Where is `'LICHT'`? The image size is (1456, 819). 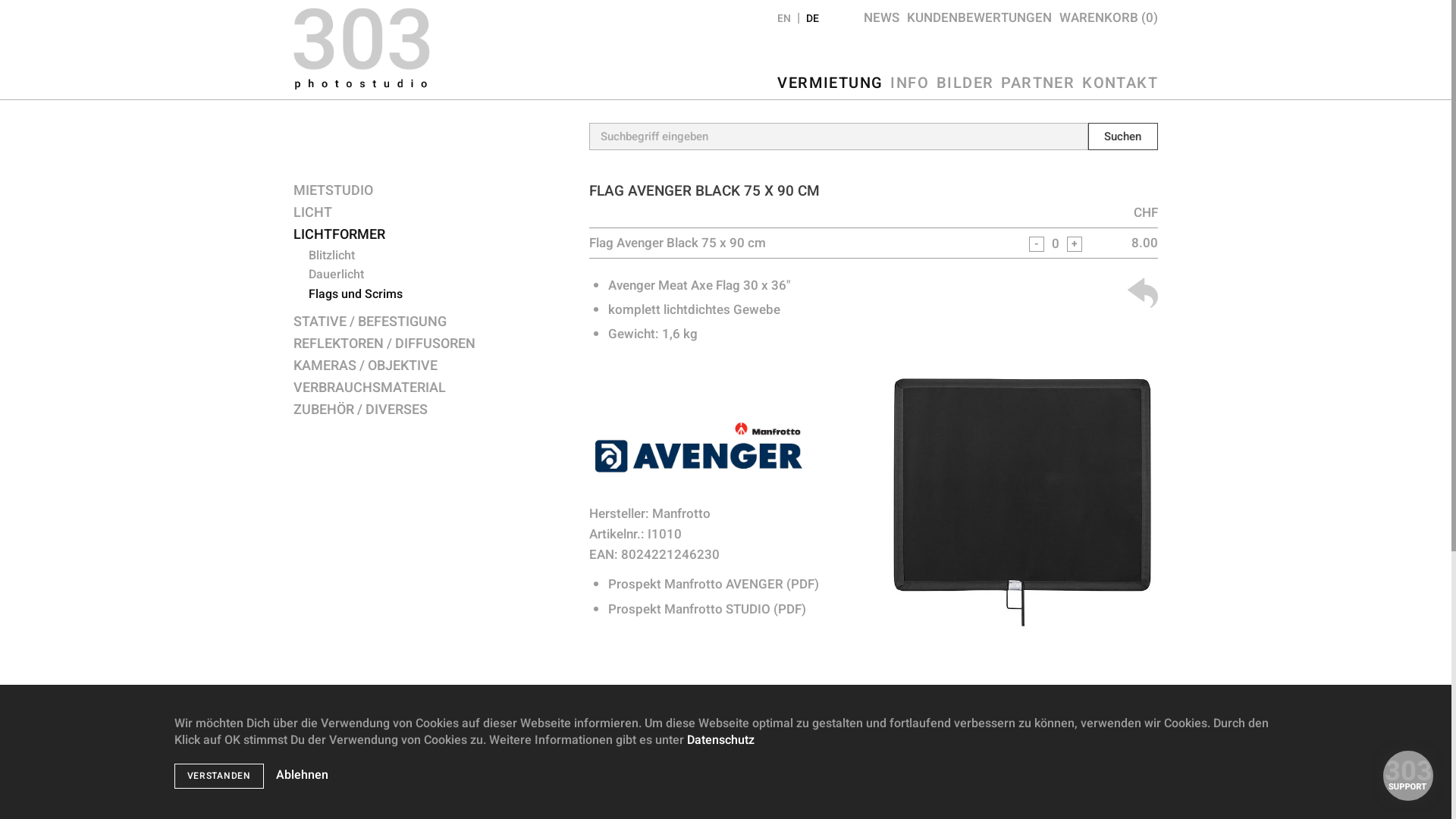 'LICHT' is located at coordinates (293, 213).